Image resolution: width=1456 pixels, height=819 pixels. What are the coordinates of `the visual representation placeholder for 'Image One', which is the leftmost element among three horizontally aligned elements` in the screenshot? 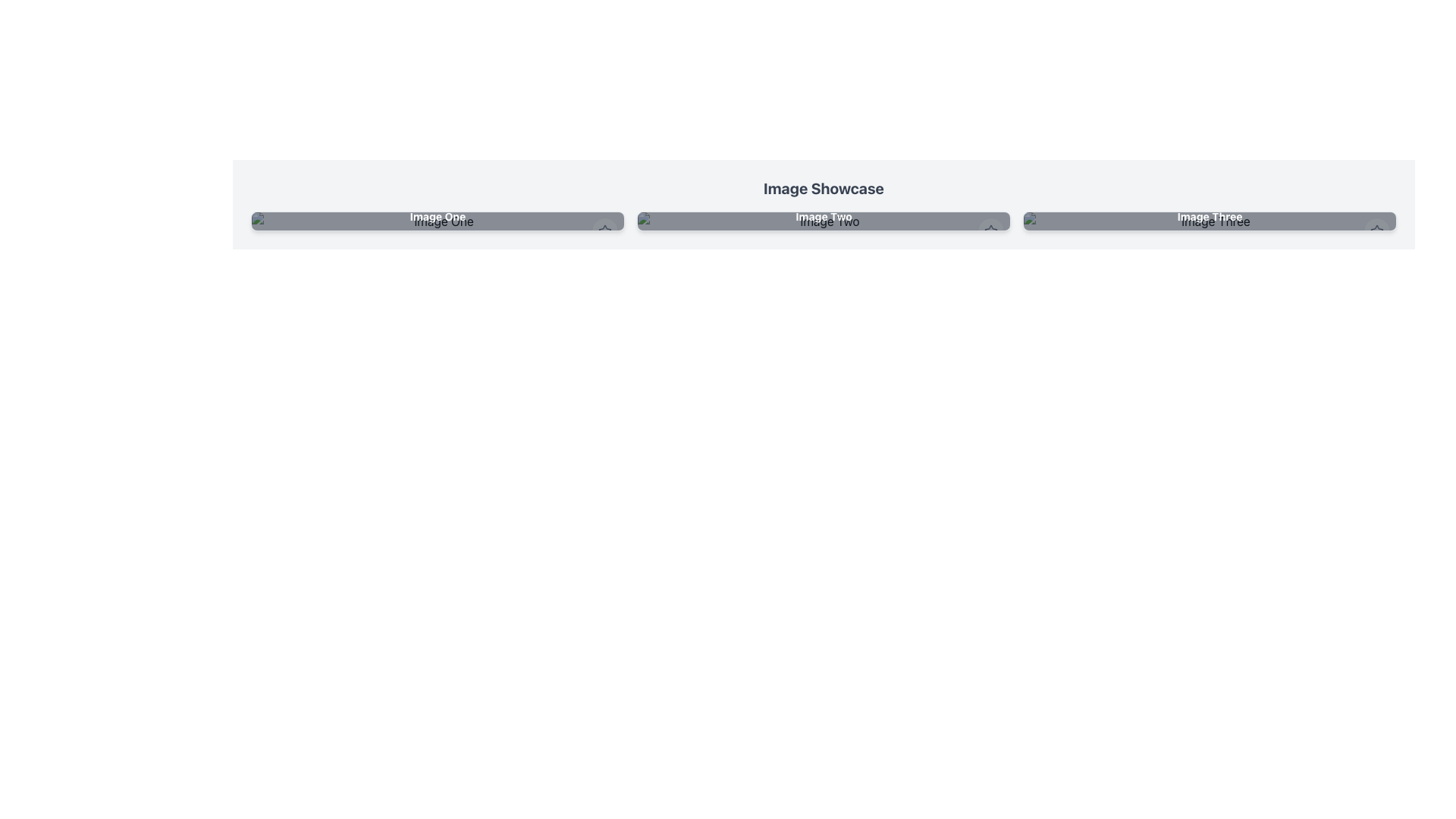 It's located at (437, 221).